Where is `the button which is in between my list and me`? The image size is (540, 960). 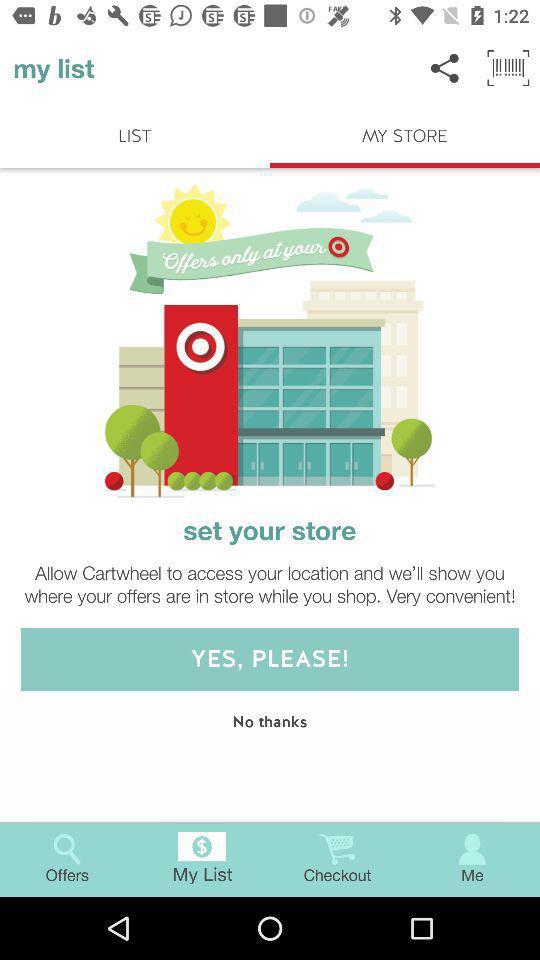
the button which is in between my list and me is located at coordinates (337, 859).